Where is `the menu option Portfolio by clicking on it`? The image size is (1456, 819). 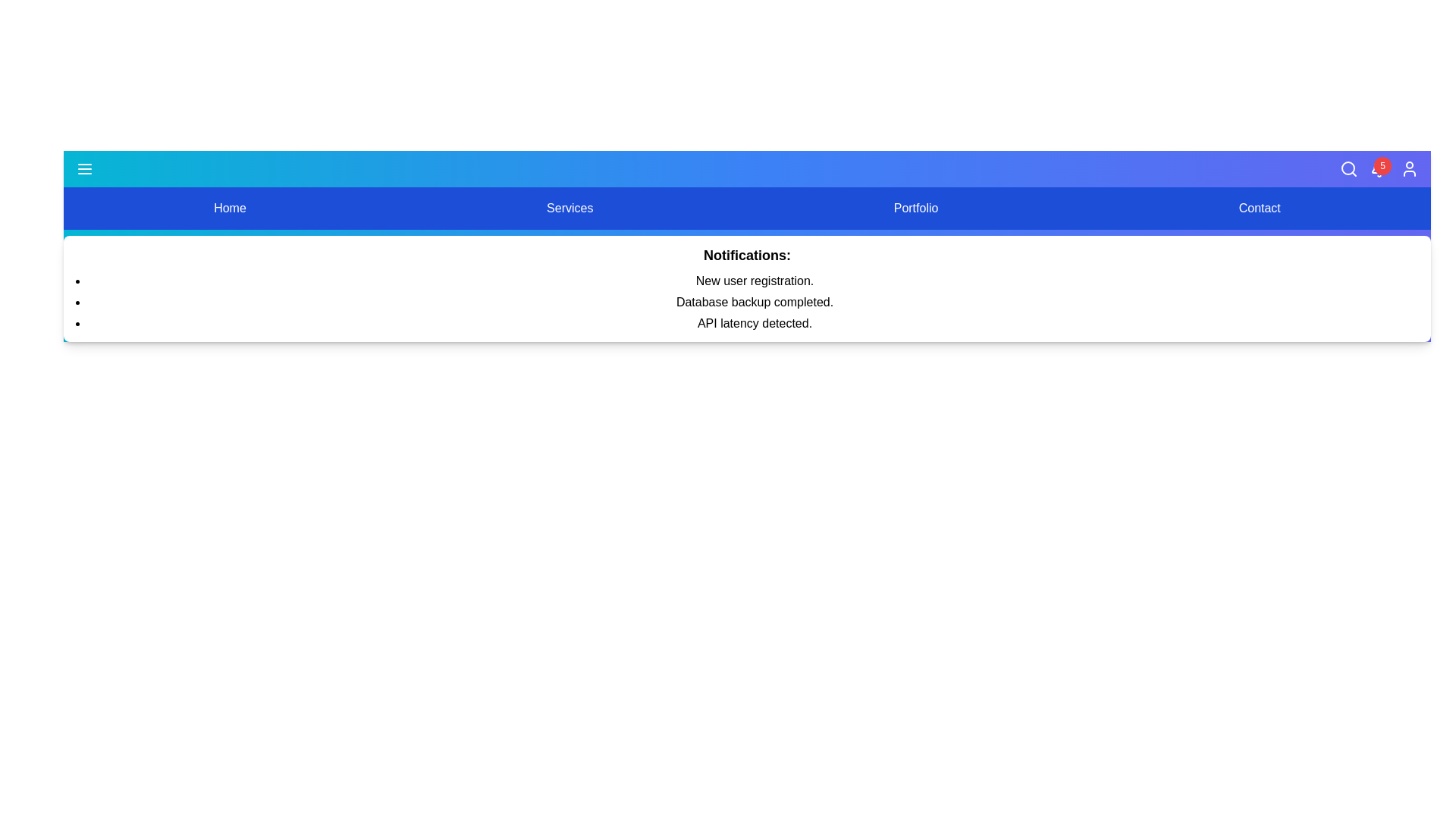 the menu option Portfolio by clicking on it is located at coordinates (915, 208).